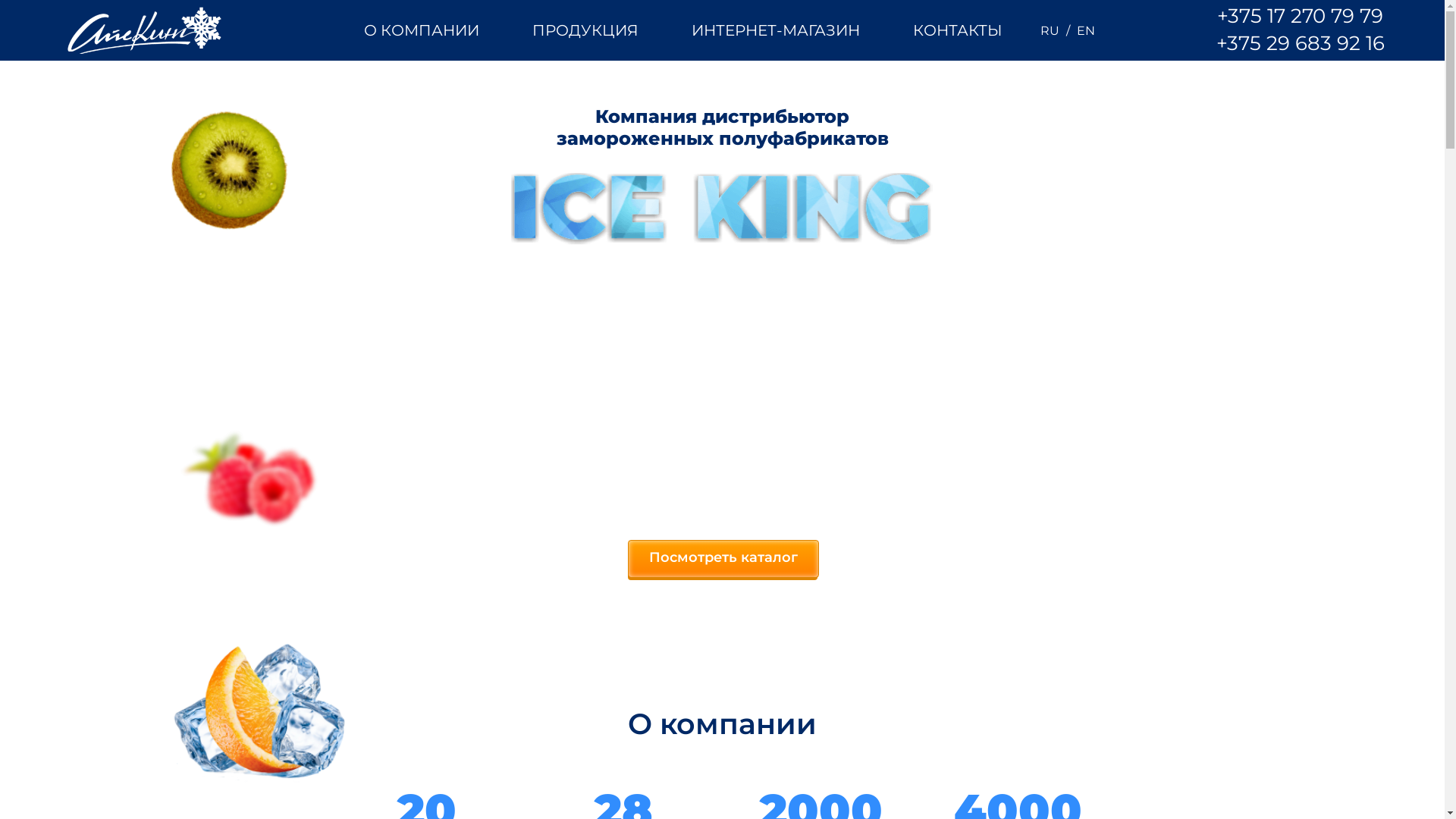 This screenshot has height=819, width=1456. I want to click on '+375 29 683 92 16', so click(1299, 42).